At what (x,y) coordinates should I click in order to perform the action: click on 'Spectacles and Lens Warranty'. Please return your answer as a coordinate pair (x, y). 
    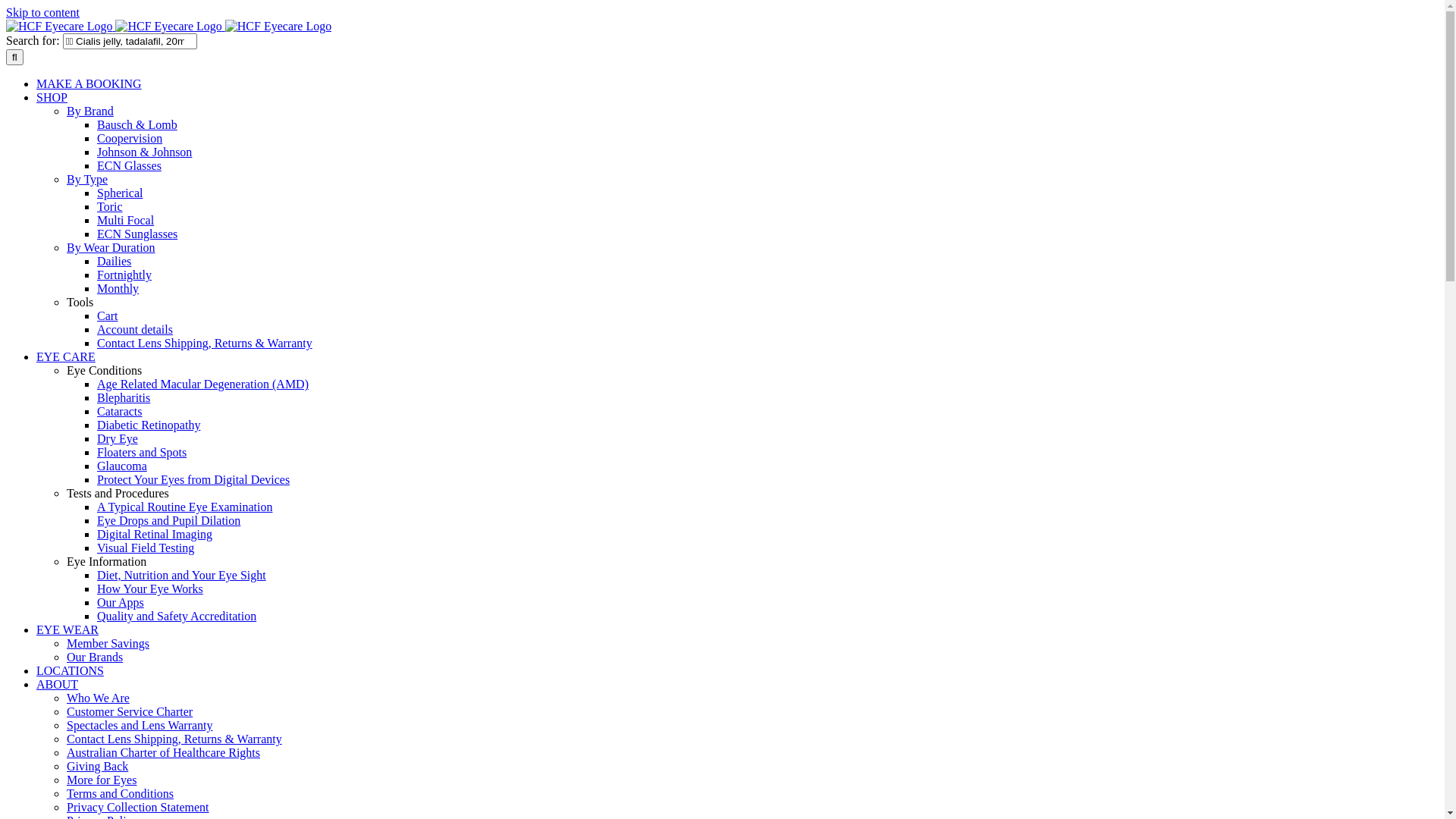
    Looking at the image, I should click on (140, 724).